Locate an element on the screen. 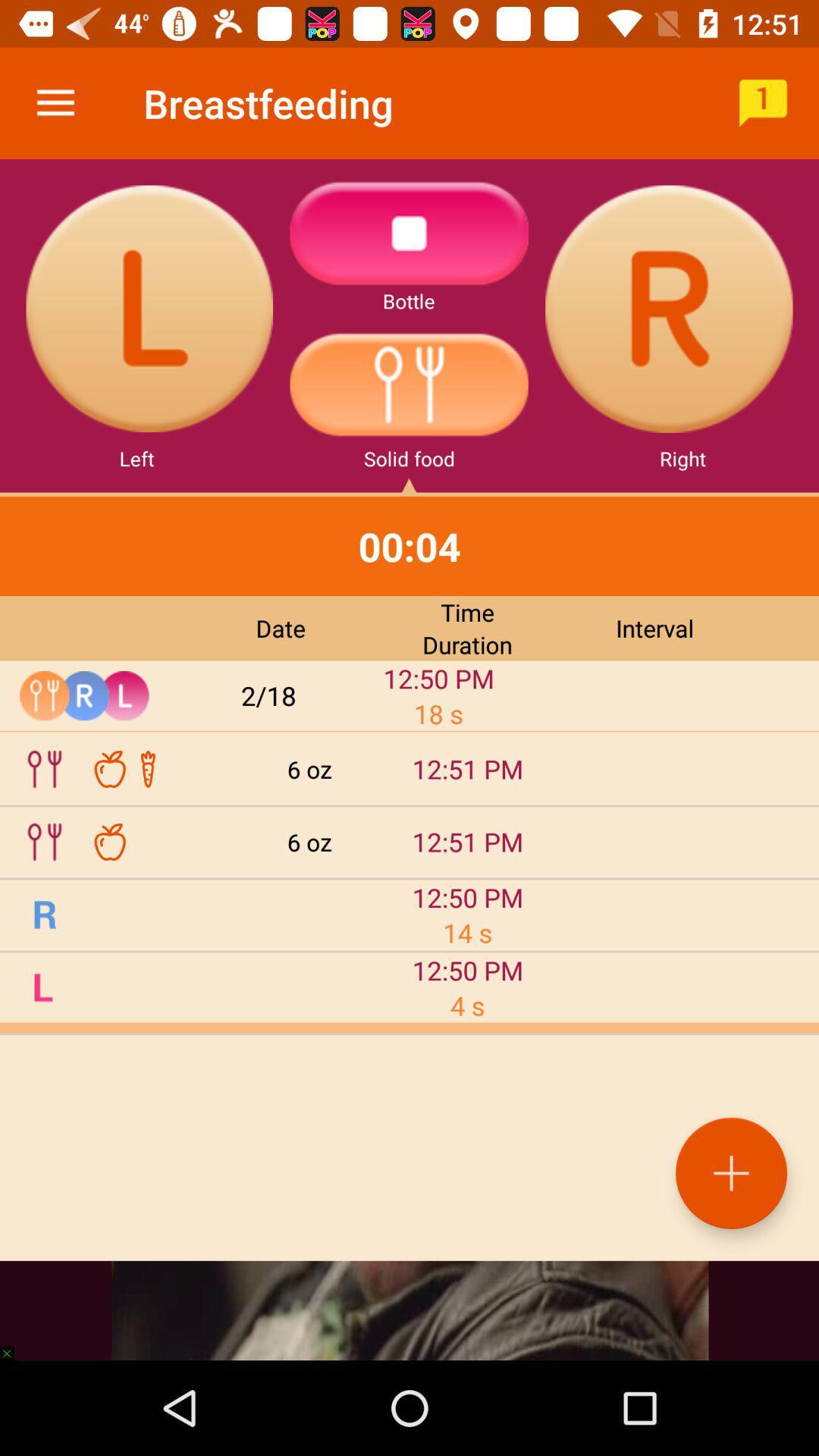 Image resolution: width=819 pixels, height=1456 pixels. icon above bottle is located at coordinates (409, 232).